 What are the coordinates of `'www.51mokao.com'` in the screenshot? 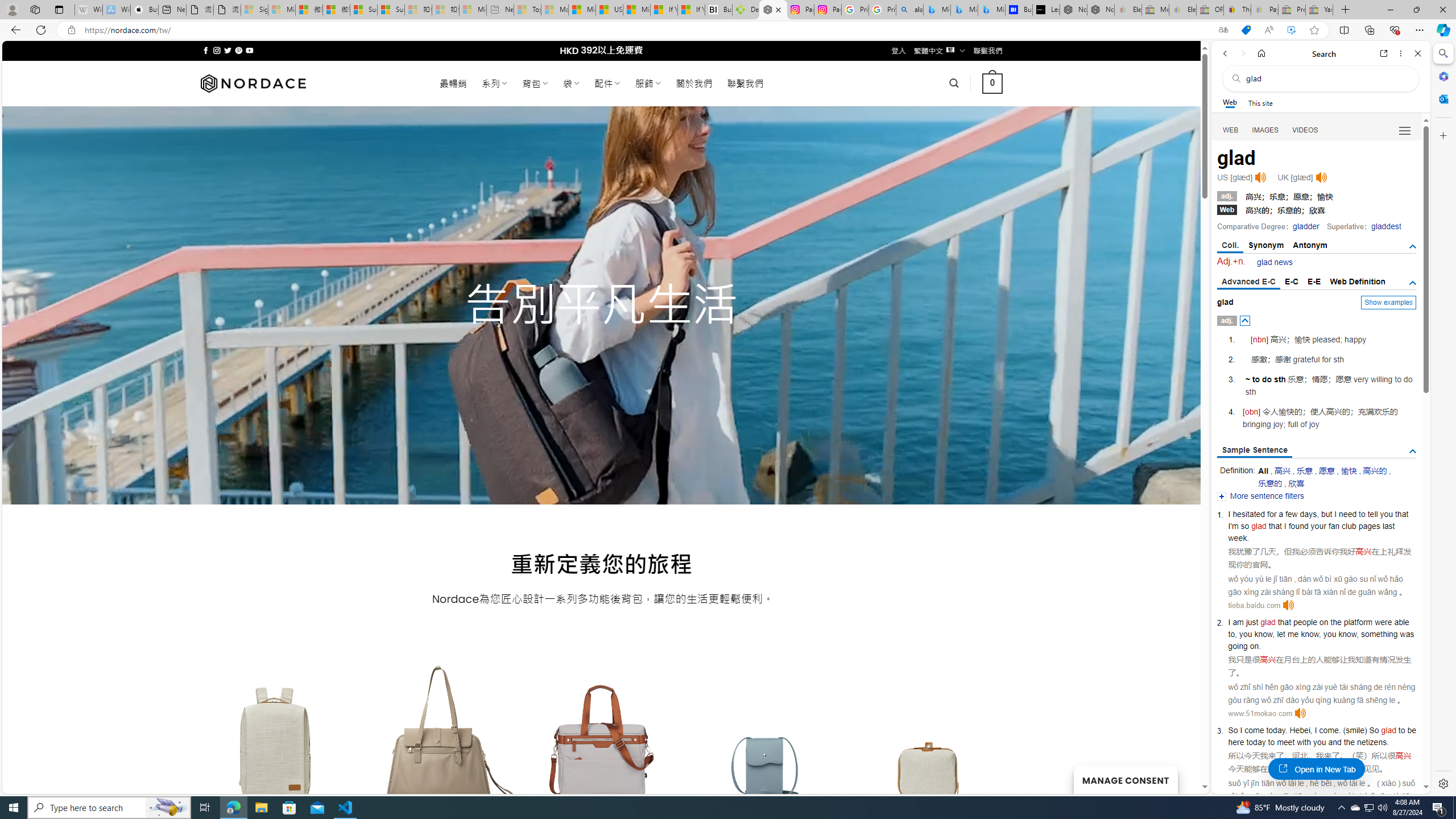 It's located at (1259, 713).